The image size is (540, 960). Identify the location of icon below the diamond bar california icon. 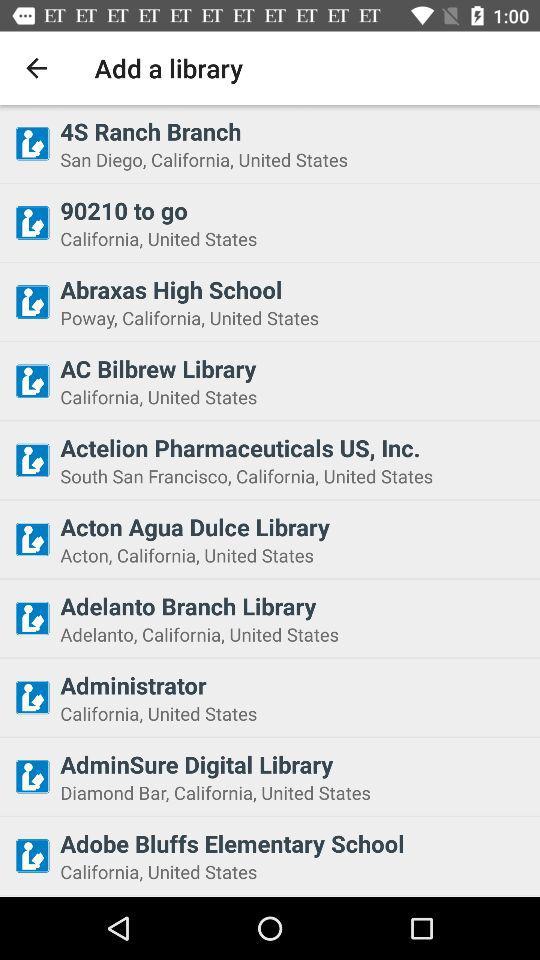
(293, 842).